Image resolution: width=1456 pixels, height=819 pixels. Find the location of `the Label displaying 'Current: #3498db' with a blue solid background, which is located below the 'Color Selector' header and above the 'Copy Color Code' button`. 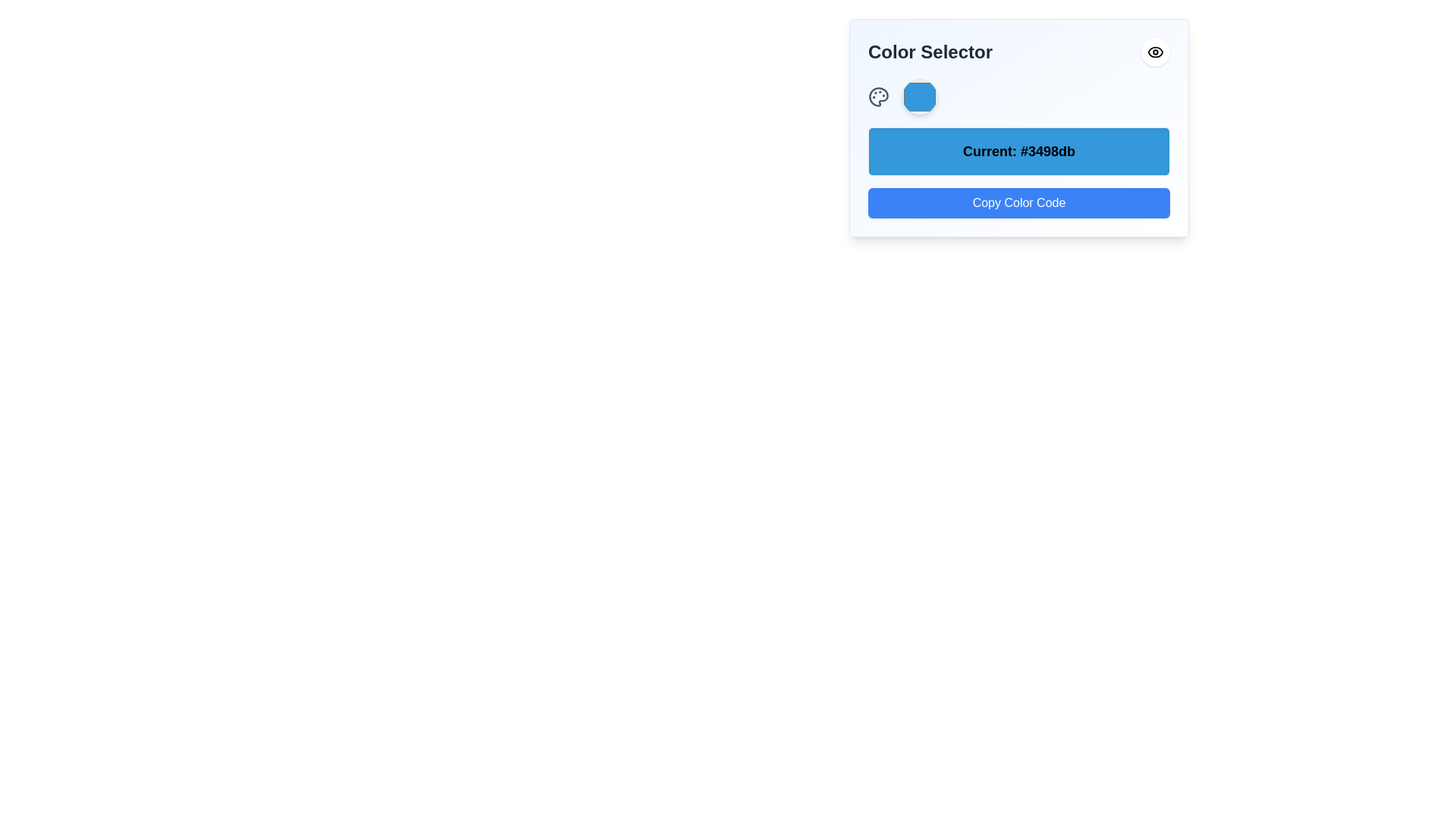

the Label displaying 'Current: #3498db' with a blue solid background, which is located below the 'Color Selector' header and above the 'Copy Color Code' button is located at coordinates (1019, 127).